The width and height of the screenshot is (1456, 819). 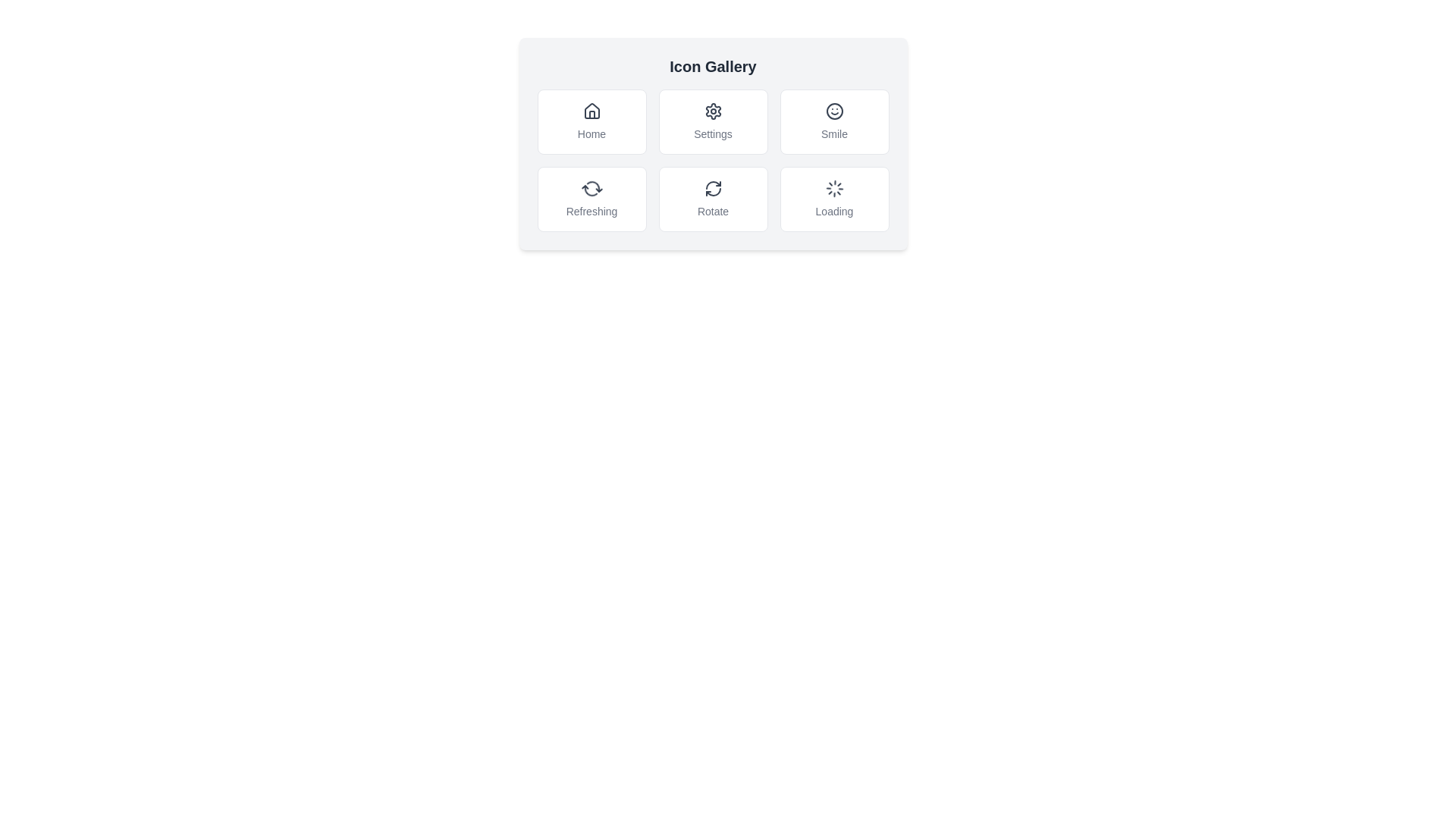 What do you see at coordinates (712, 211) in the screenshot?
I see `the descriptive text label located at the bottom center of the bordered card in the second row, second column, which provides context for the rotation icon above it` at bounding box center [712, 211].